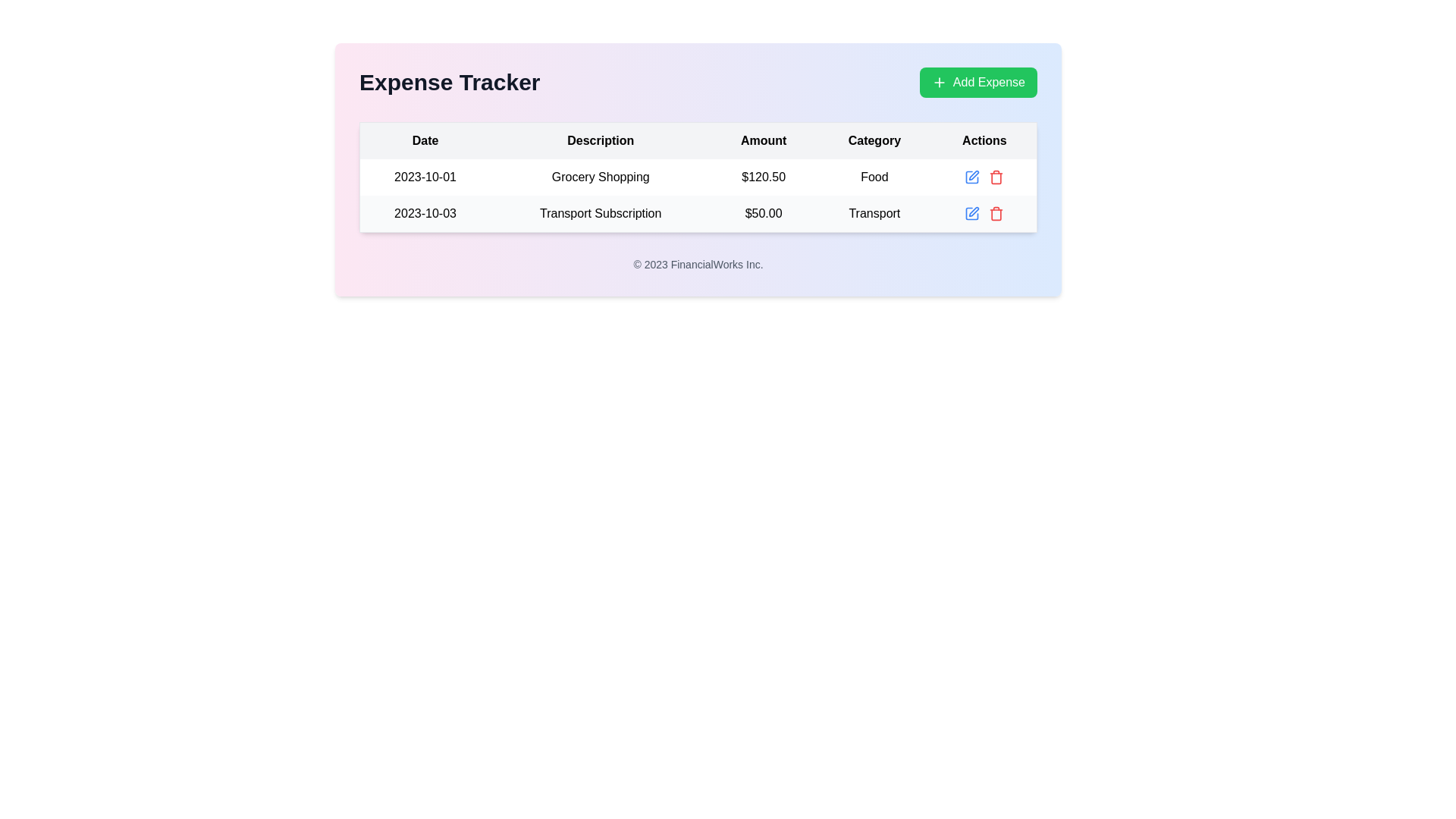 This screenshot has height=819, width=1456. I want to click on the second row of the expenses table that lists details for 'Transport Subscription', so click(698, 213).